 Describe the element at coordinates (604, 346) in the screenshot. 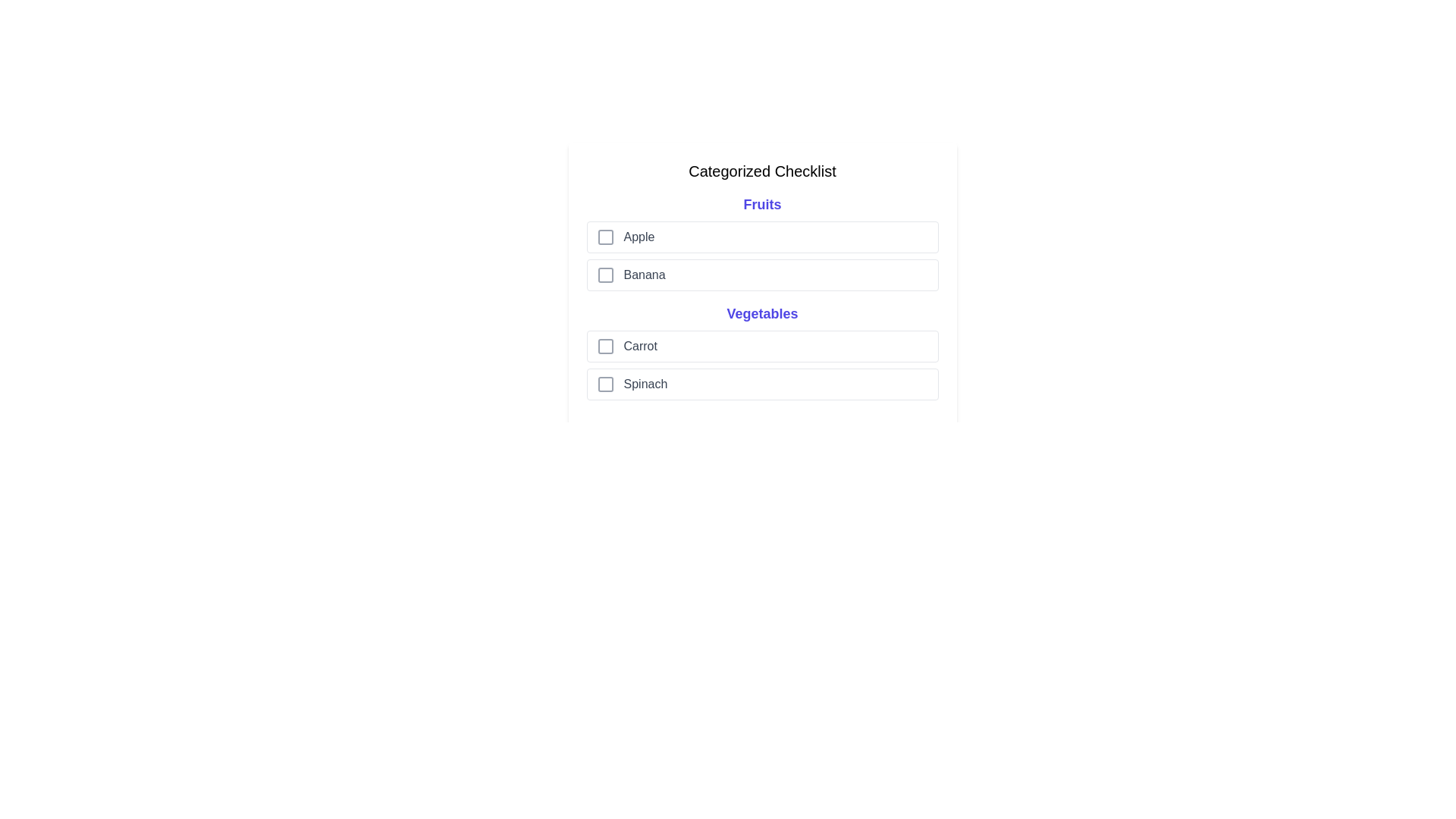

I see `the Decorative SVG icon, which is a gray square icon with thin lines located to the left of the text 'Carrot' in the checklist item under 'Vegetables'` at that location.